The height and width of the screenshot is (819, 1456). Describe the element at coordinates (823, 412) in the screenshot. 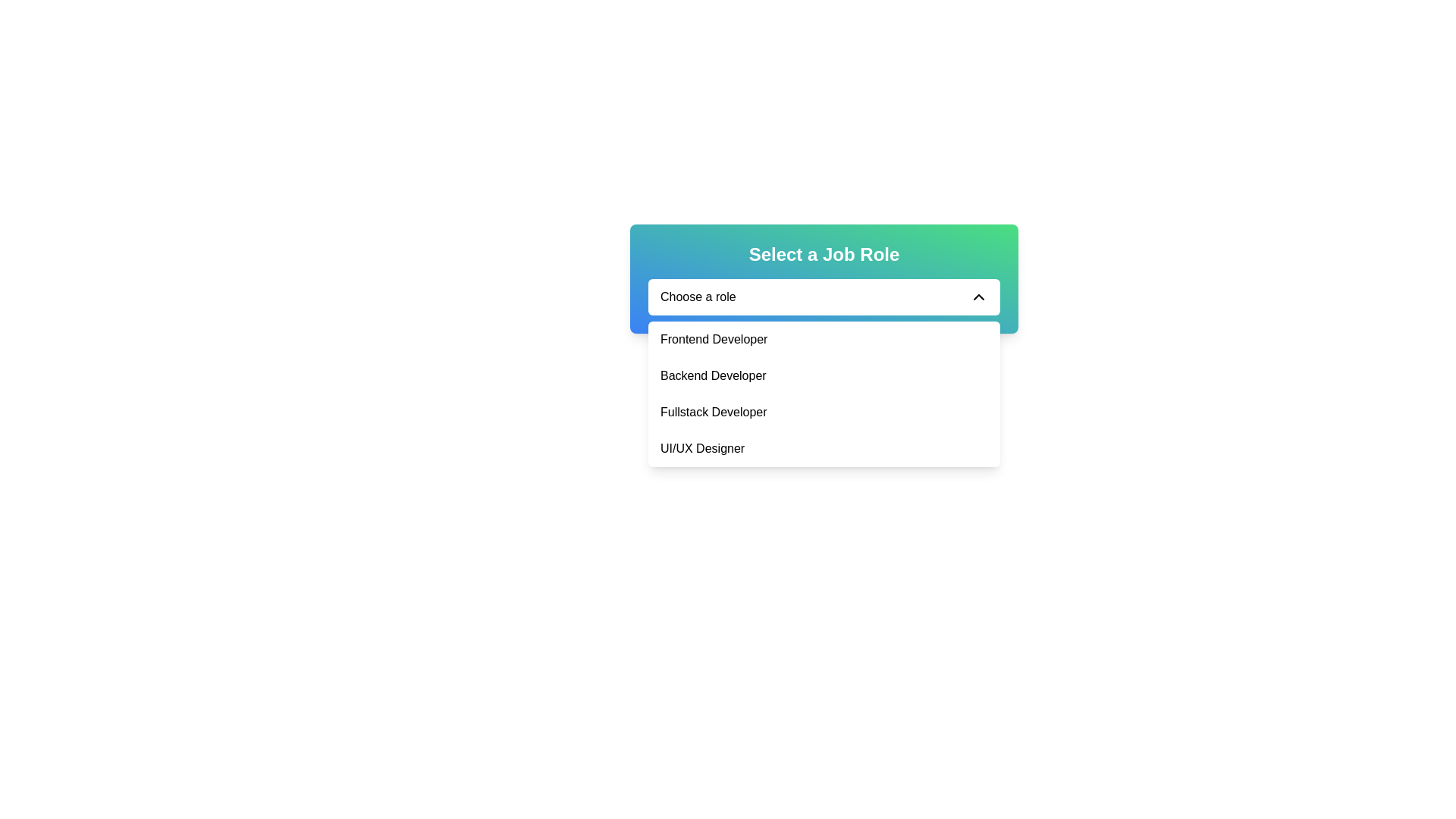

I see `the 'Fullstack Developer' option in the dropdown menu` at that location.